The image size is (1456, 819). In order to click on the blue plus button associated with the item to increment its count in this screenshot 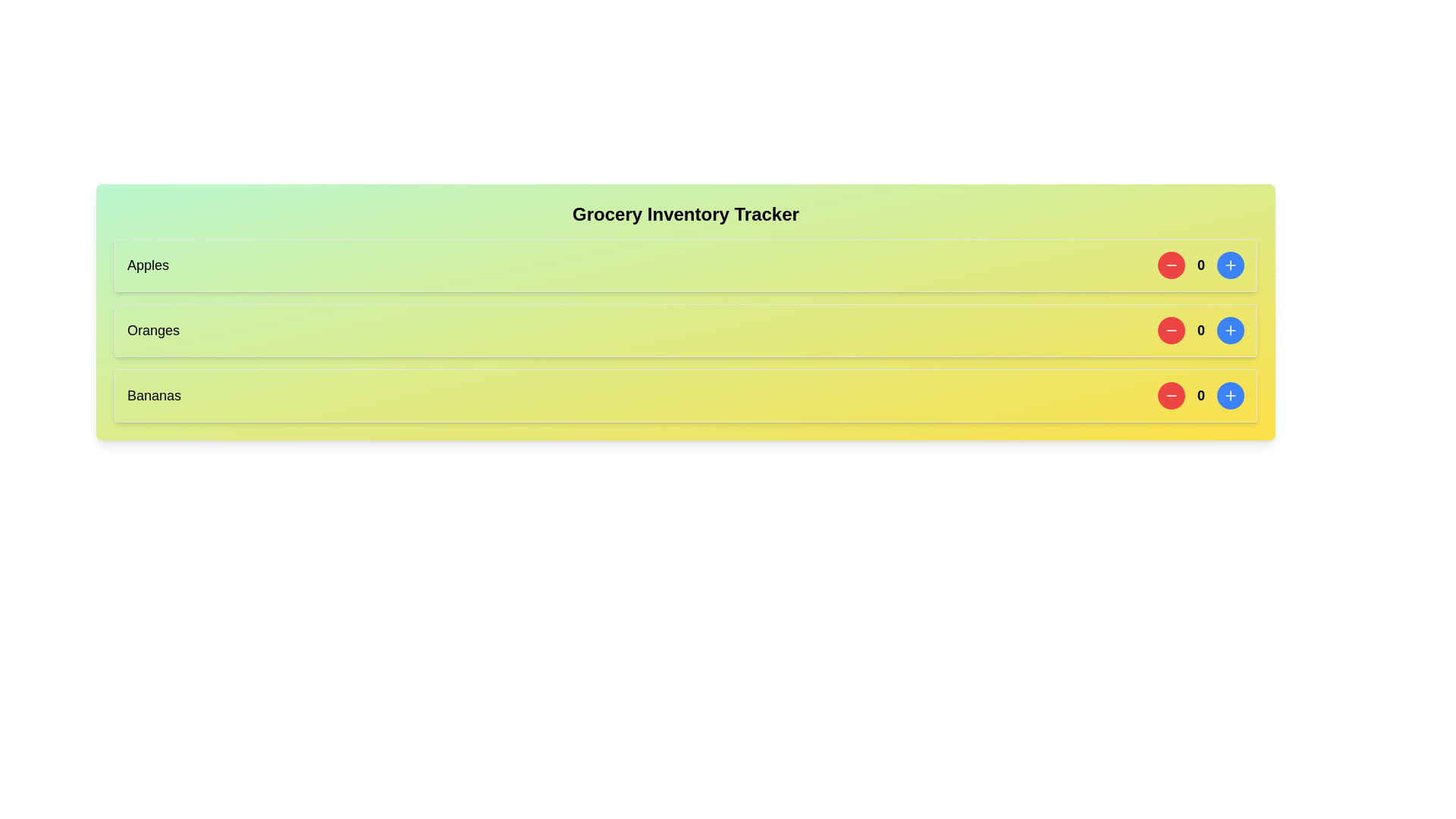, I will do `click(1230, 265)`.